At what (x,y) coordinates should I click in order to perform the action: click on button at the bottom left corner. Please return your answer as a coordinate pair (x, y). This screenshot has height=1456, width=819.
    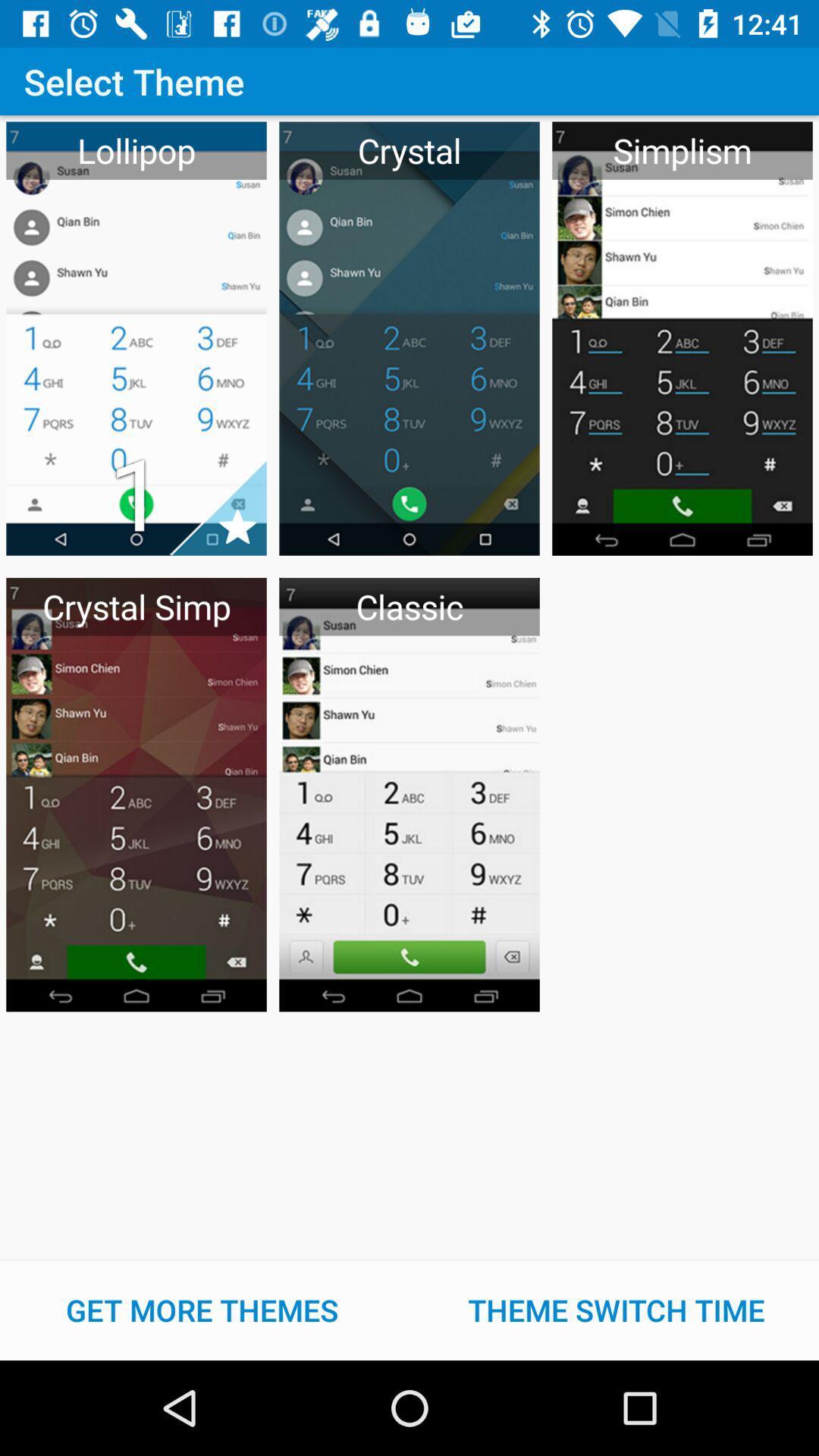
    Looking at the image, I should click on (201, 1310).